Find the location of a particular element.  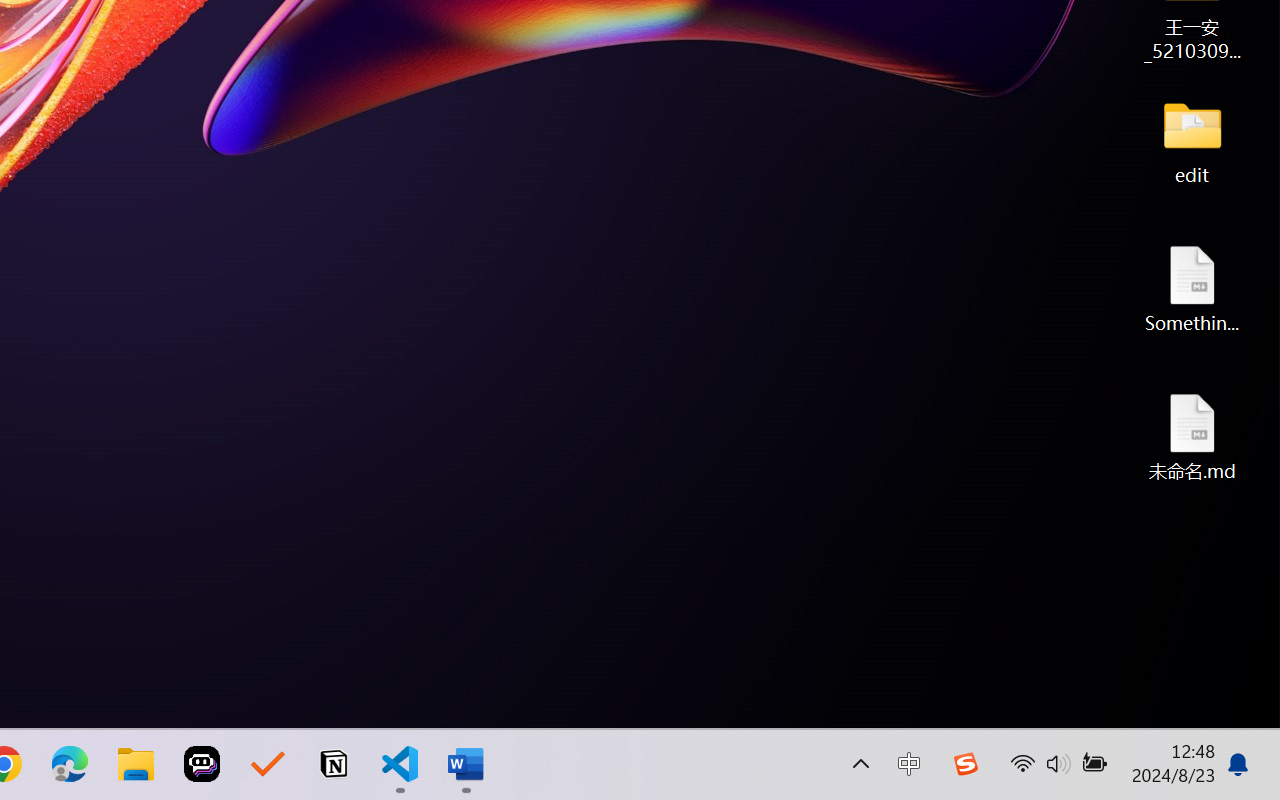

'edit' is located at coordinates (1192, 140).